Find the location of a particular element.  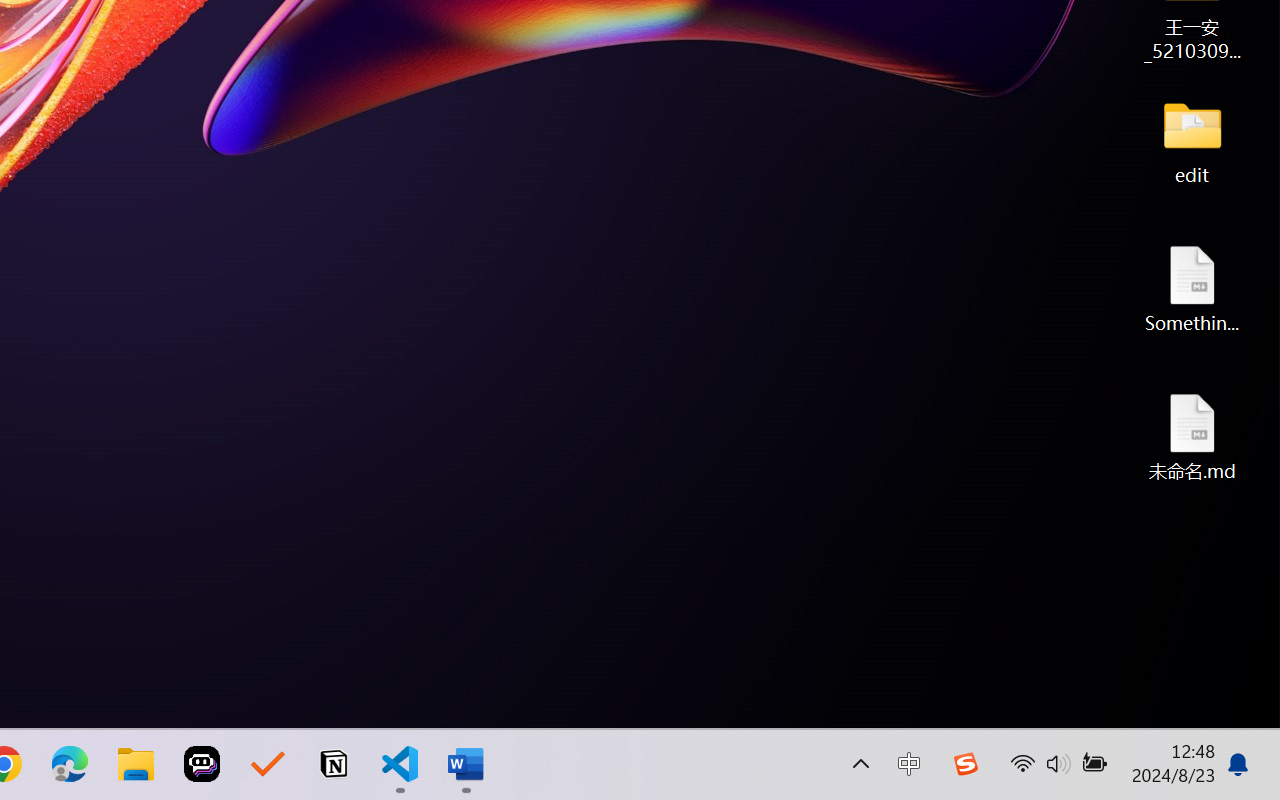

'edit' is located at coordinates (1192, 140).